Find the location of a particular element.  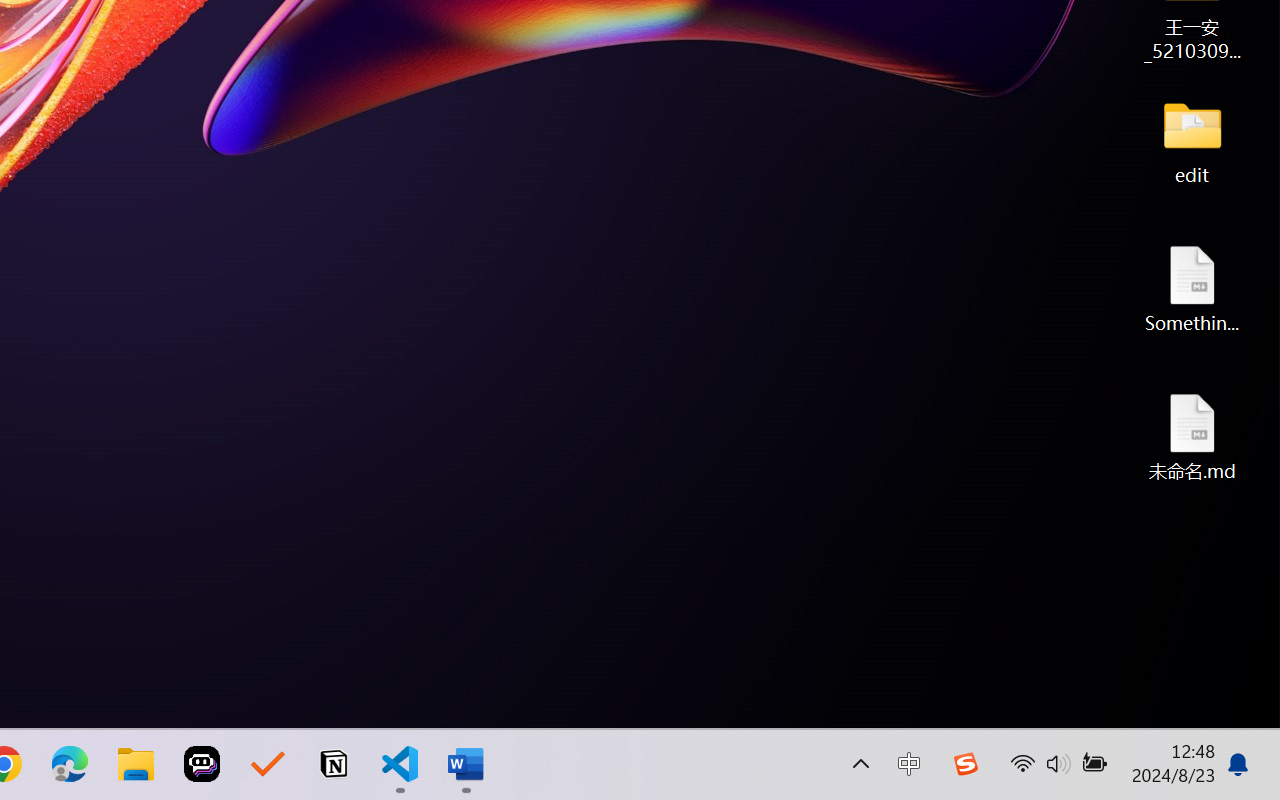

'edit' is located at coordinates (1192, 140).